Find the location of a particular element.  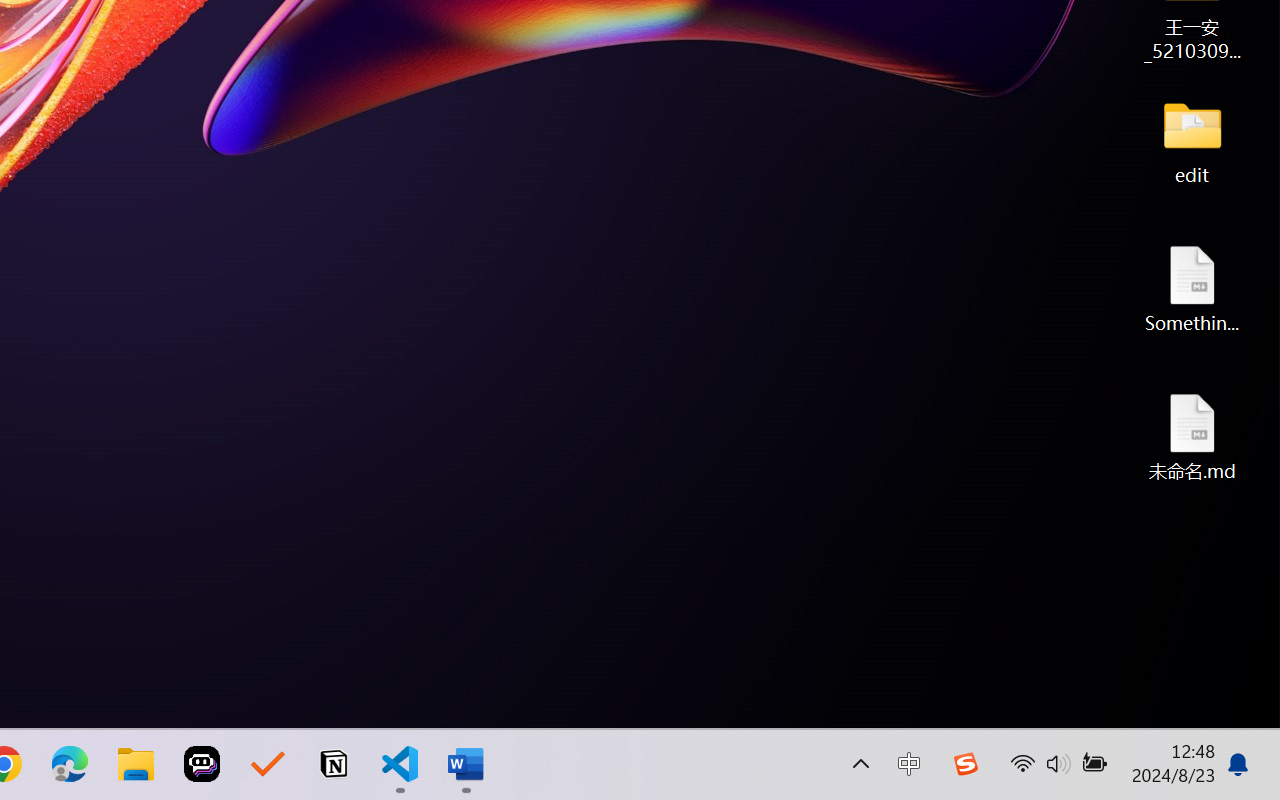

'edit' is located at coordinates (1192, 140).